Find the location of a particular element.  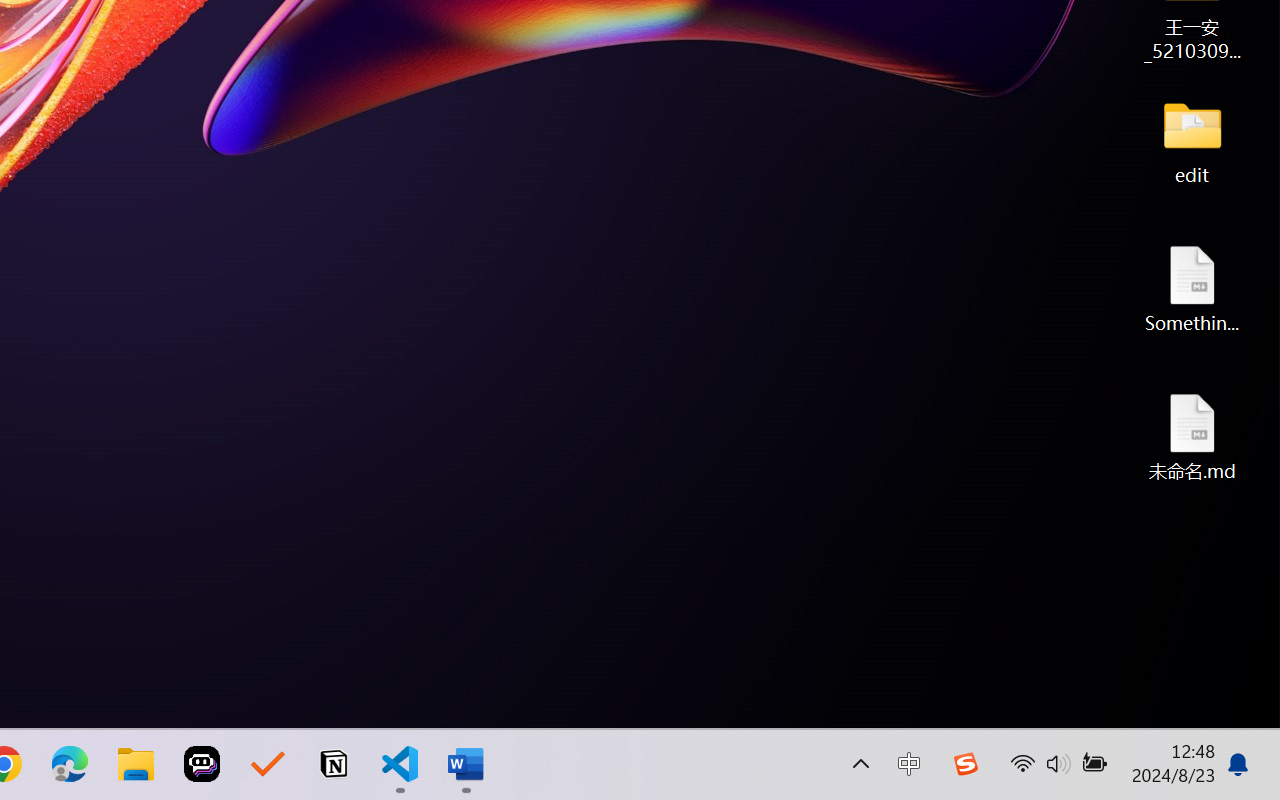

'edit' is located at coordinates (1192, 140).